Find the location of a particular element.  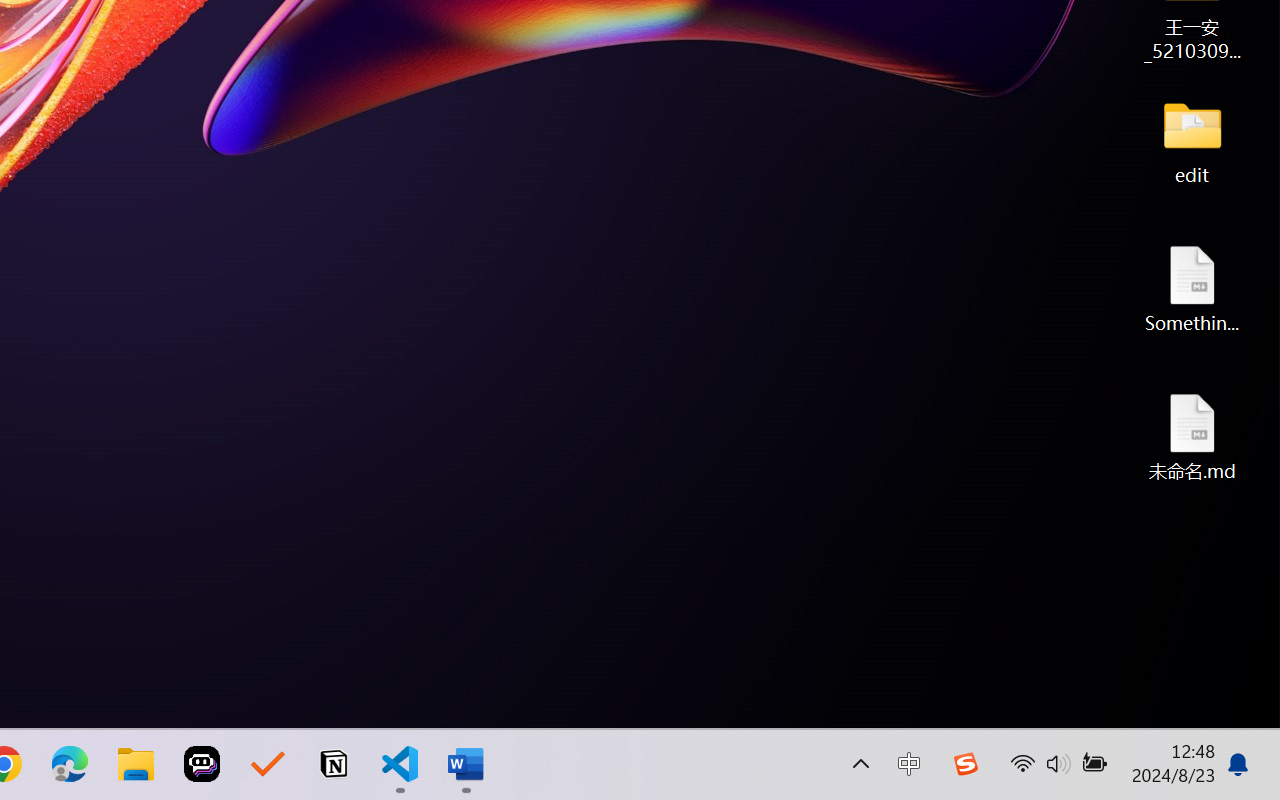

'edit' is located at coordinates (1192, 140).